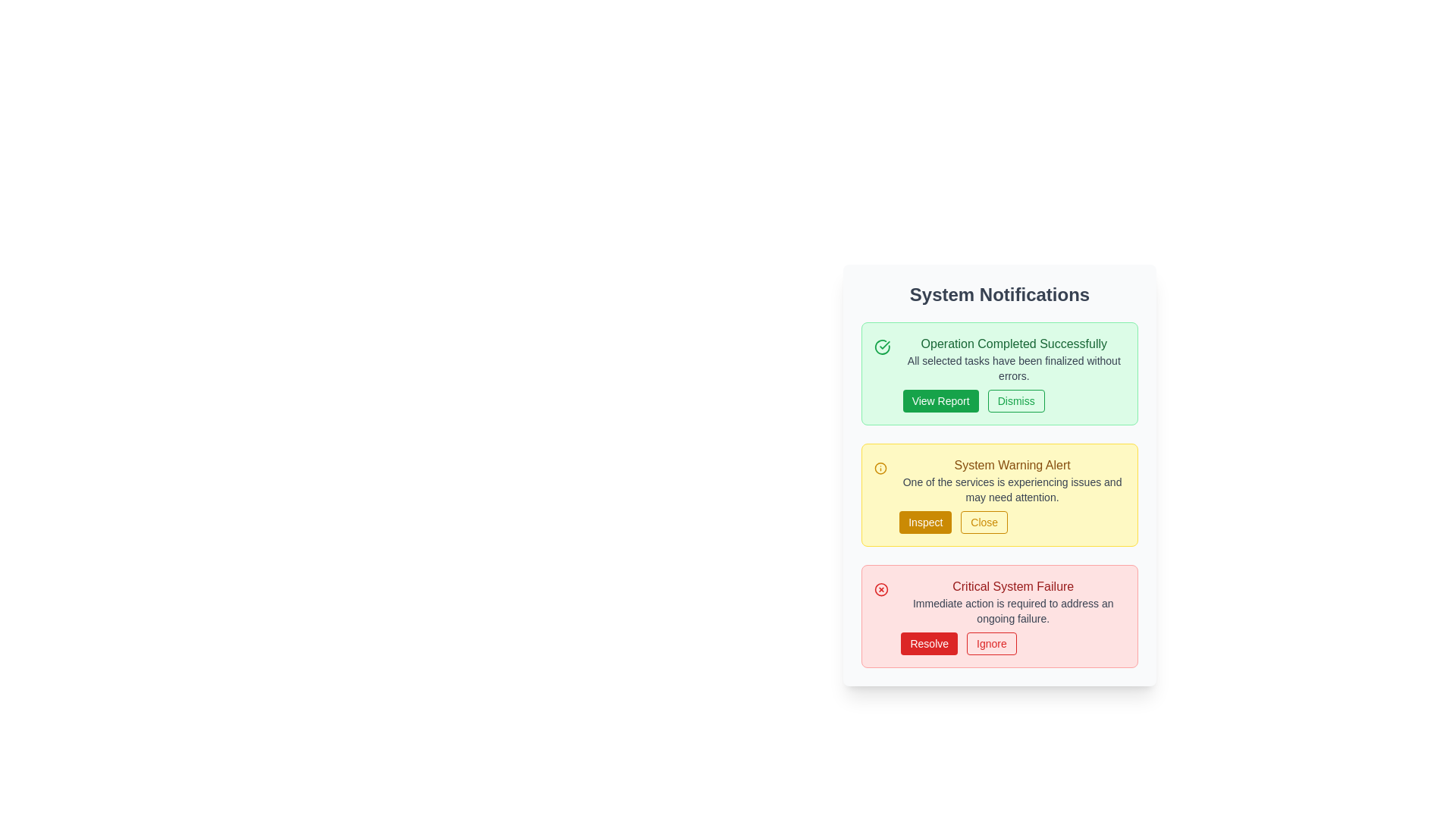 Image resolution: width=1456 pixels, height=819 pixels. I want to click on the 'Dismiss' button, which is a rectangular button with green text on a white background, located in the 'System Notifications' panel, so click(1016, 400).